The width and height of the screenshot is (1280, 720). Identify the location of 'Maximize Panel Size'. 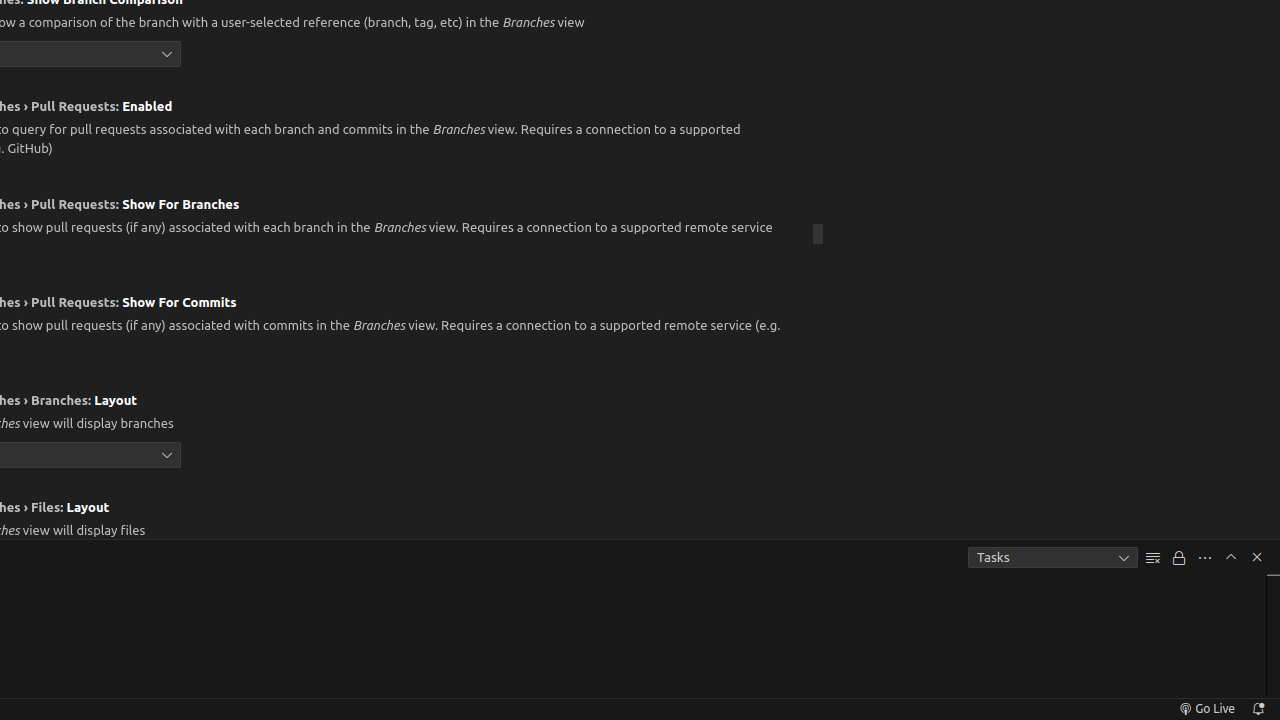
(1229, 556).